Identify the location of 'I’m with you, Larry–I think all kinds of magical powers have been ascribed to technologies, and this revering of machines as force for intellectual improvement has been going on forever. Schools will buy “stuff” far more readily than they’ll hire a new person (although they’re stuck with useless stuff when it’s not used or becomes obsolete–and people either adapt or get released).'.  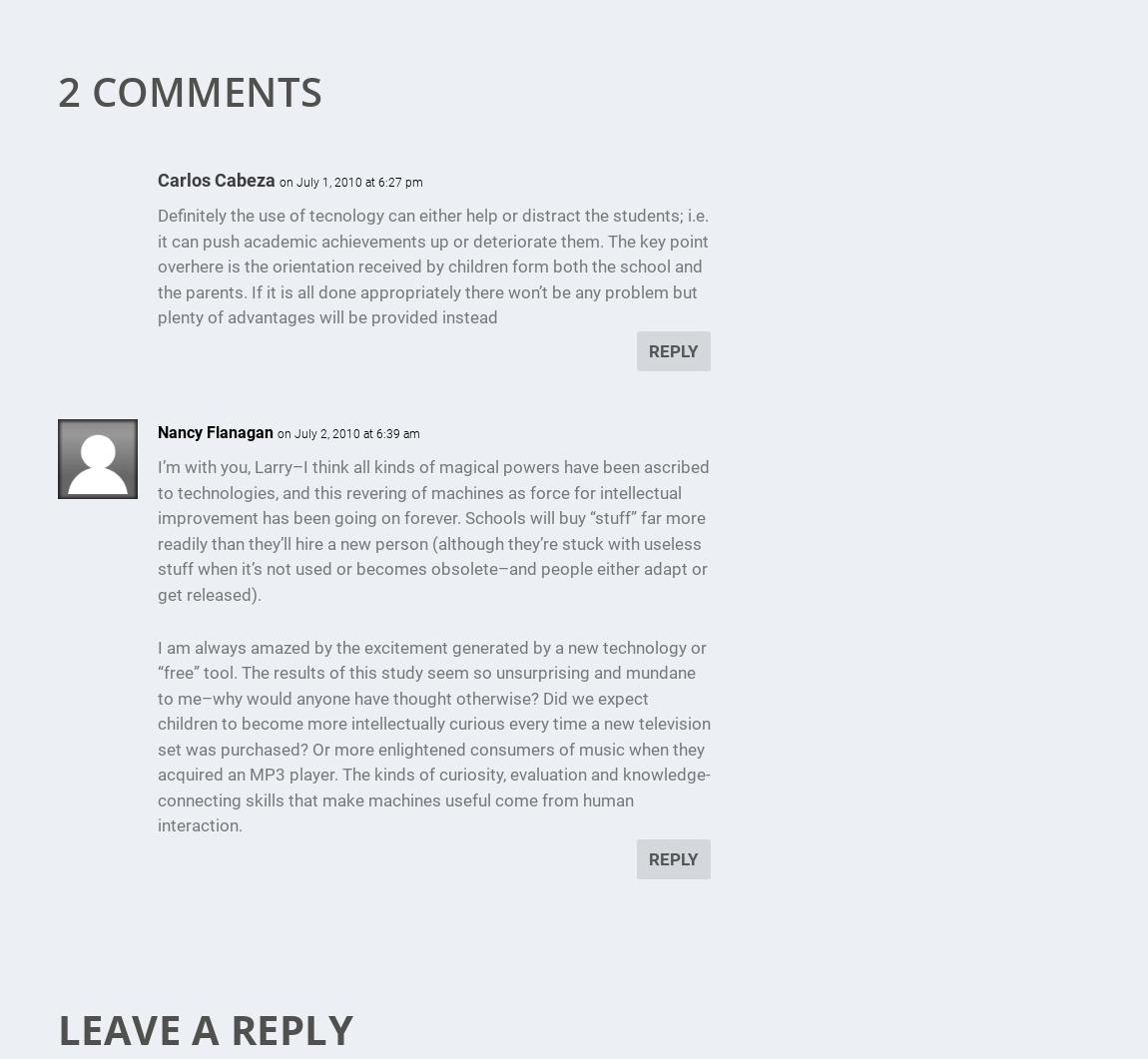
(155, 529).